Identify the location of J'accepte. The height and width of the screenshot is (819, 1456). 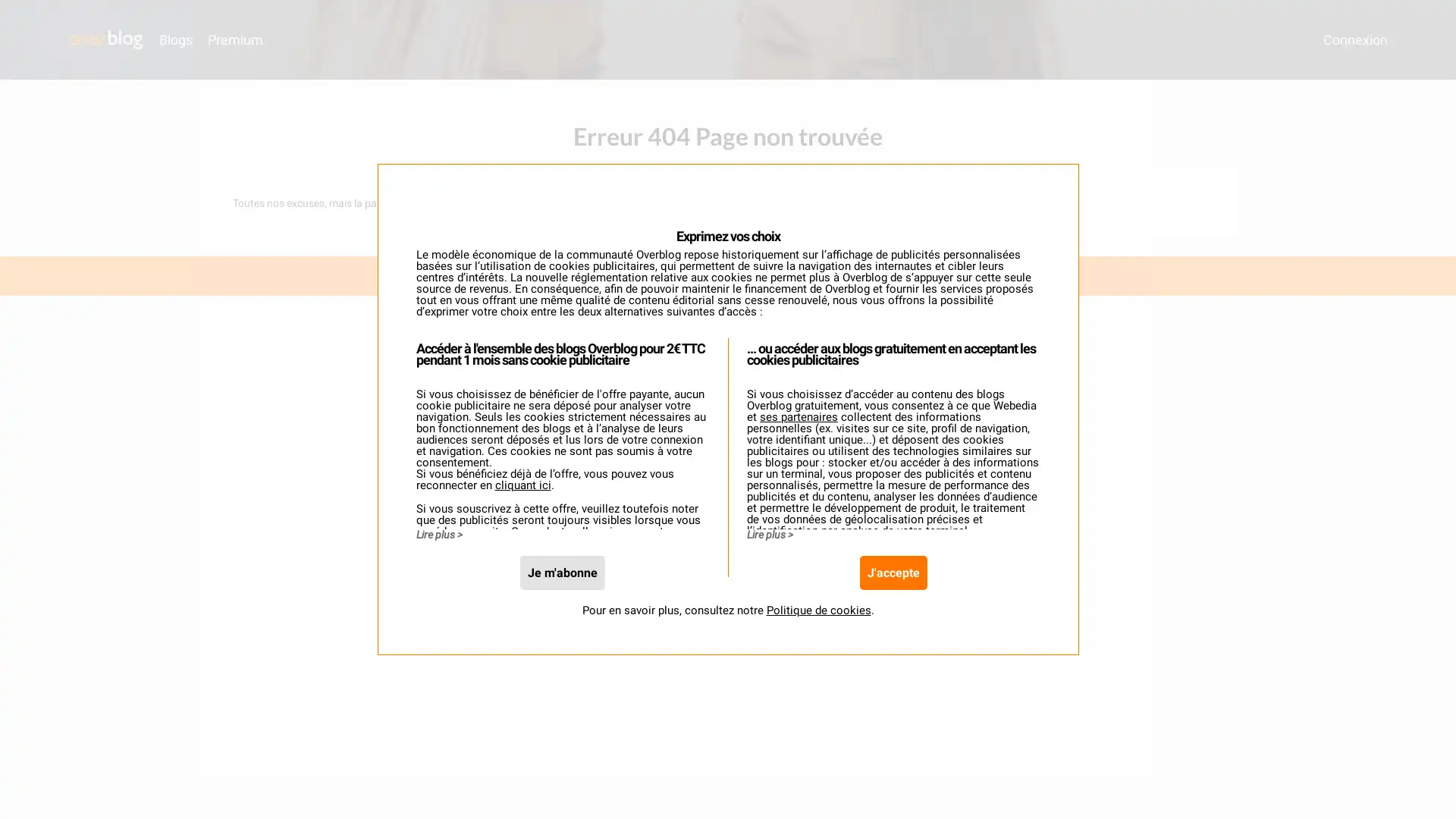
(893, 591).